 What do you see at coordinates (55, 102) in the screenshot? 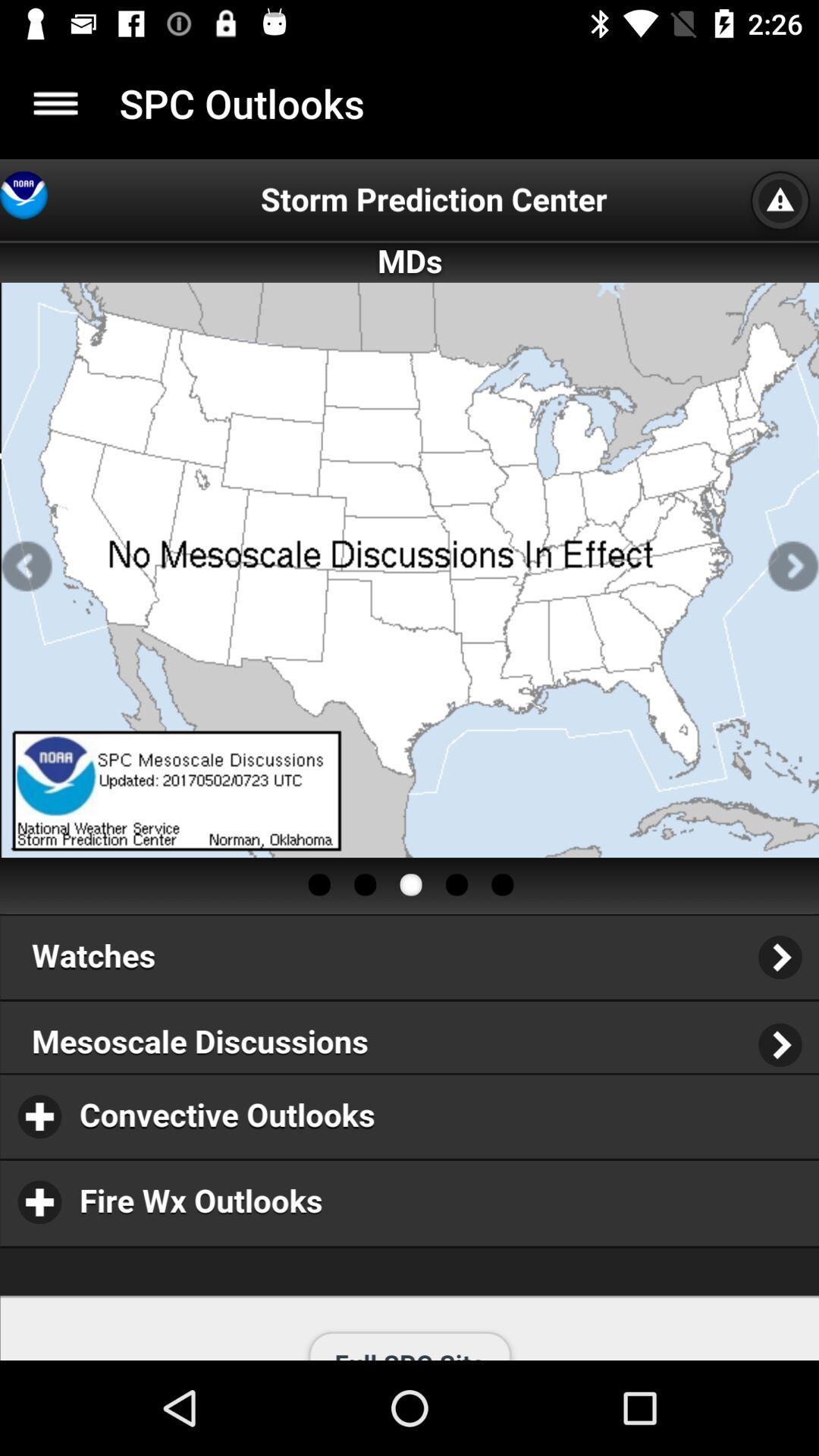
I see `the menu icon` at bounding box center [55, 102].